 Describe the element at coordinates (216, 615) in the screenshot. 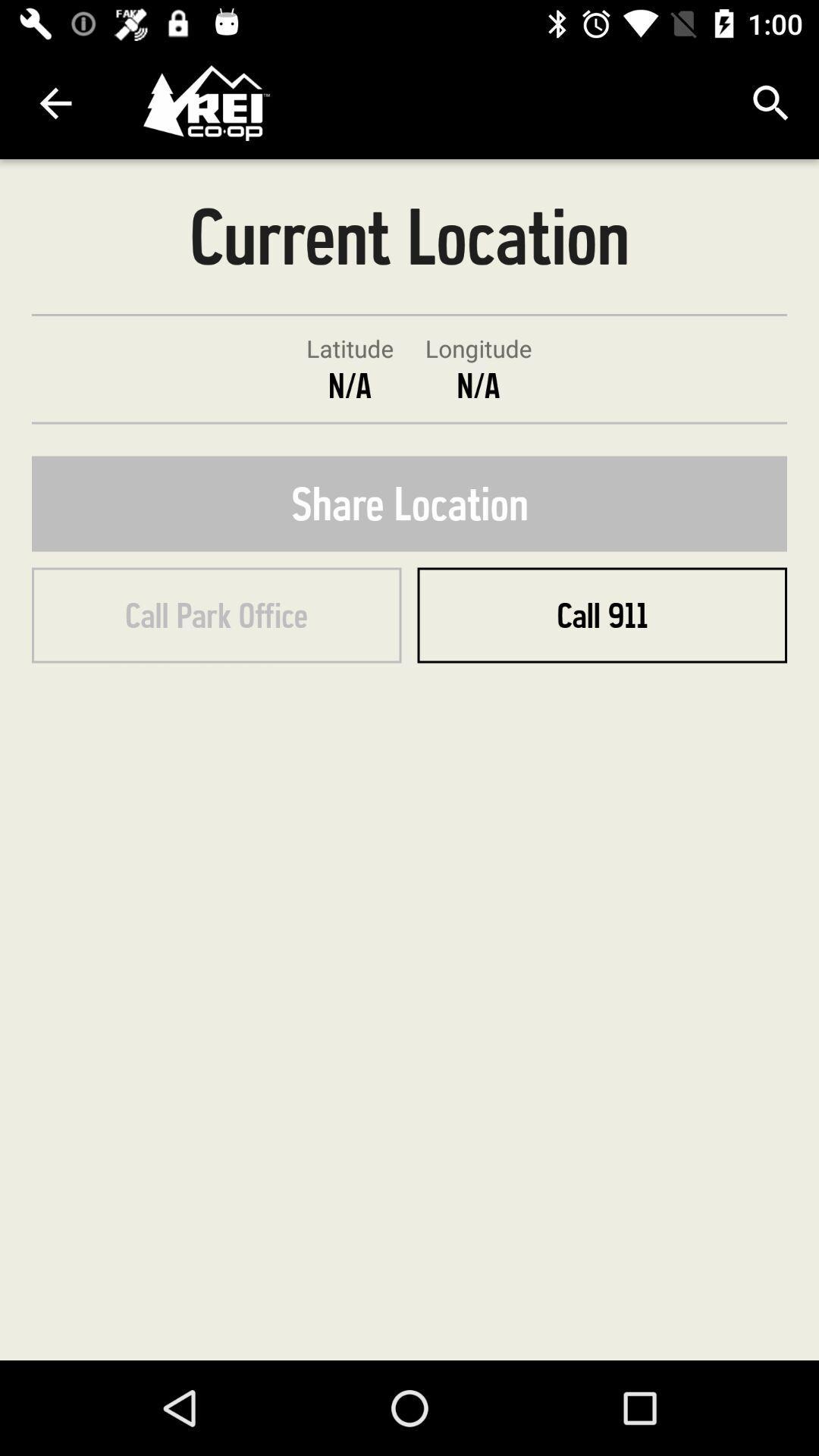

I see `icon to the left of call 911 item` at that location.